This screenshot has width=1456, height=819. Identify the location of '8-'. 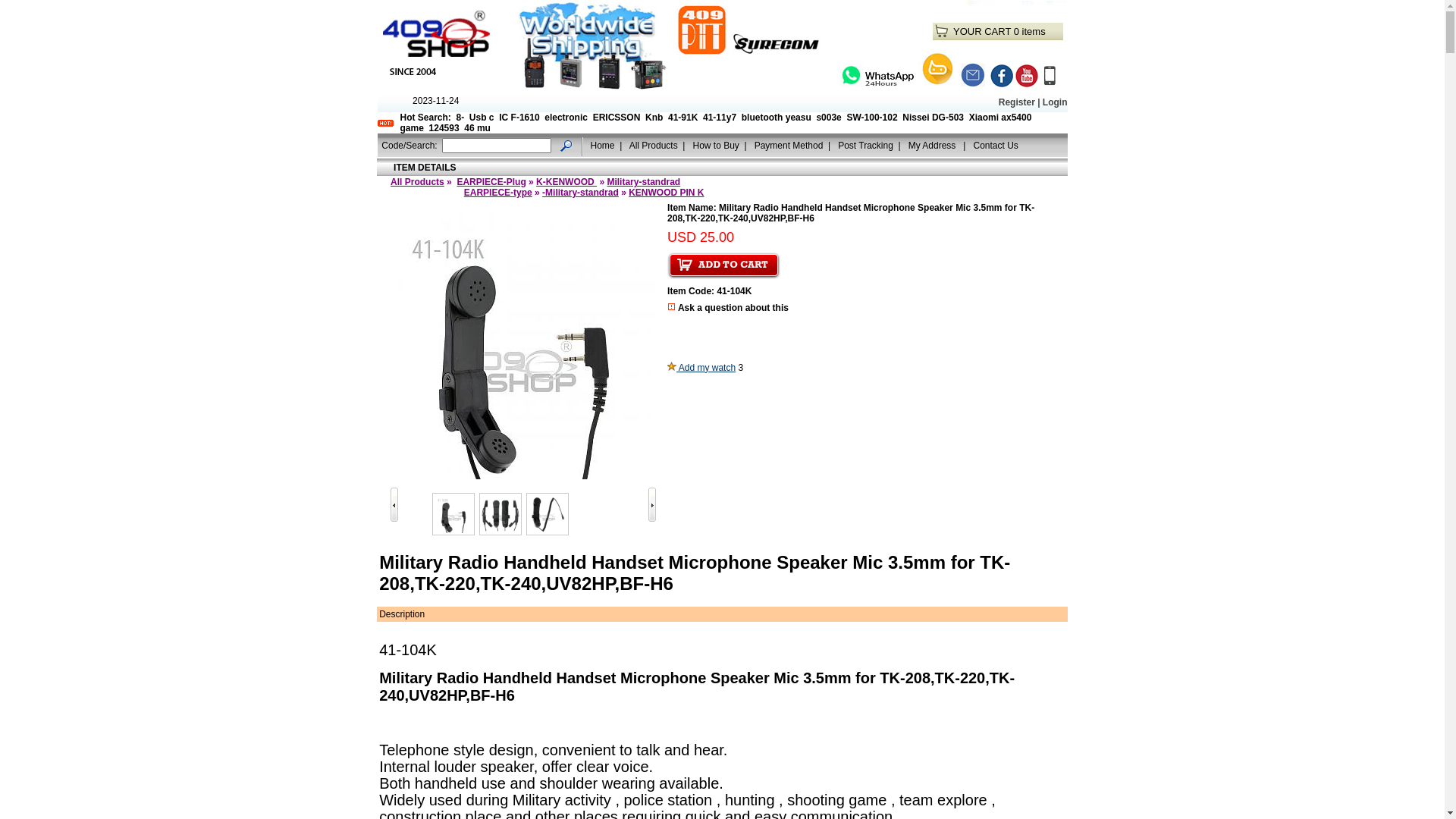
(460, 116).